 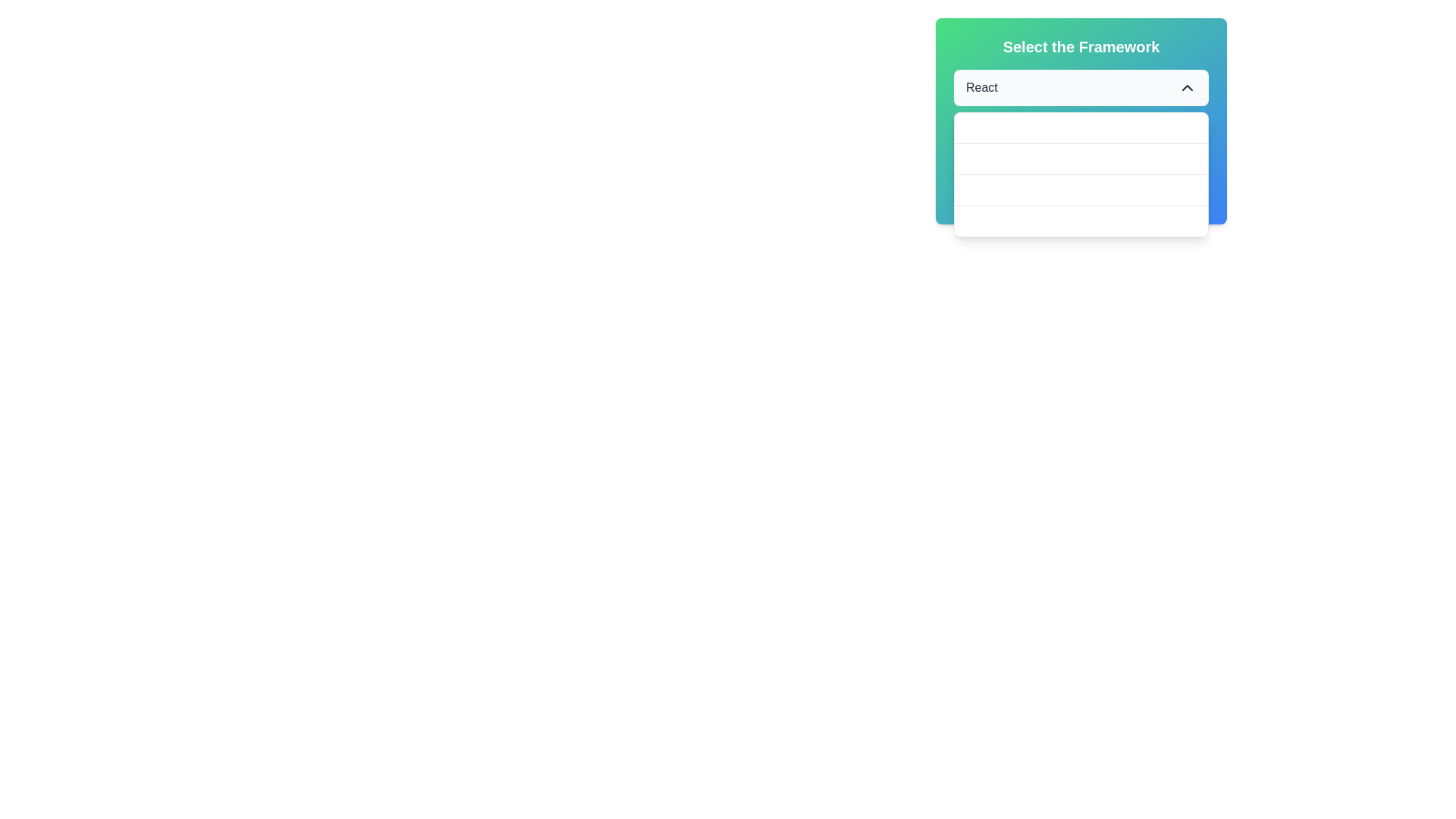 What do you see at coordinates (1080, 189) in the screenshot?
I see `the dropdown item labeled 'Angular'` at bounding box center [1080, 189].